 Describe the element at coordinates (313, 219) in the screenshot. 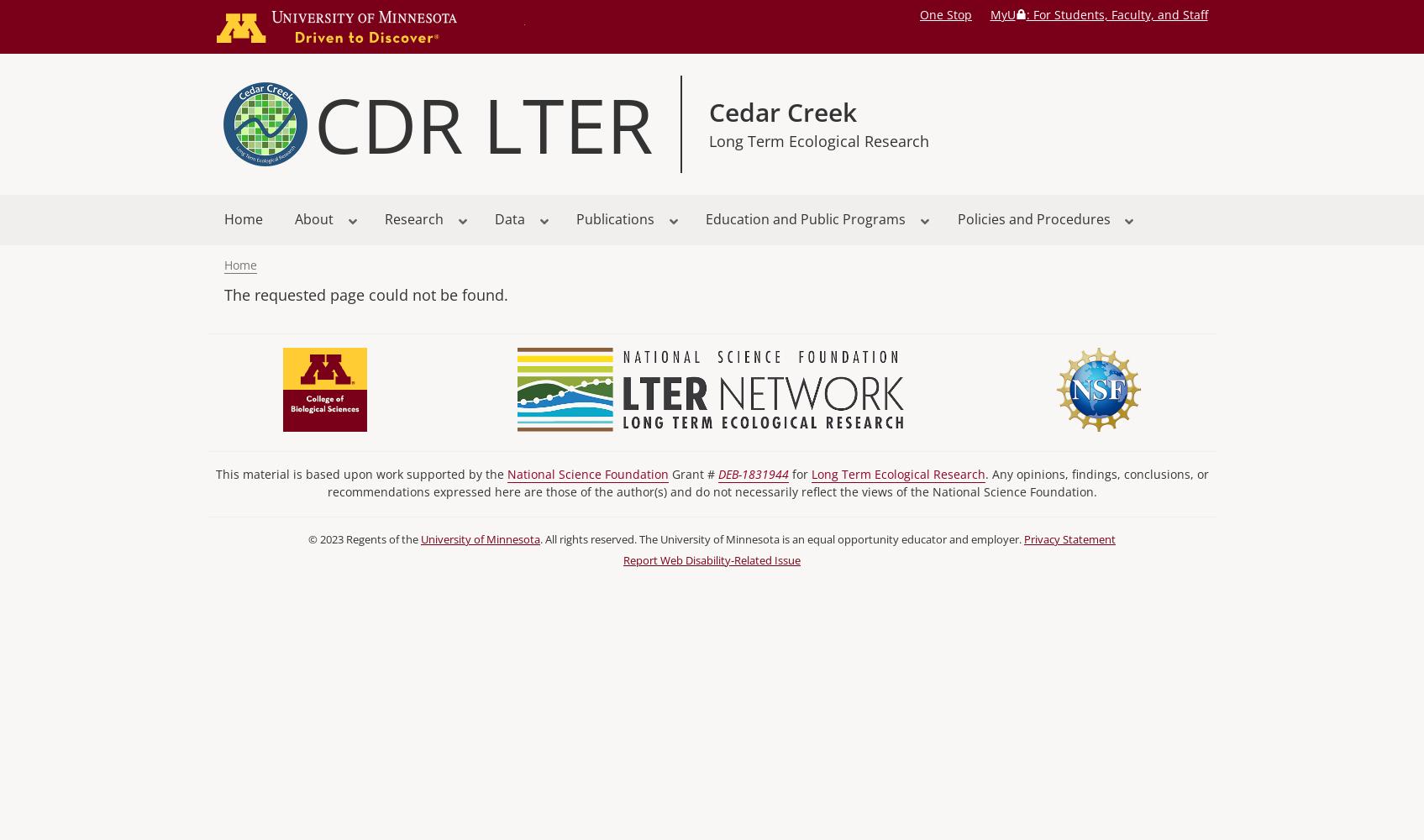

I see `'About'` at that location.